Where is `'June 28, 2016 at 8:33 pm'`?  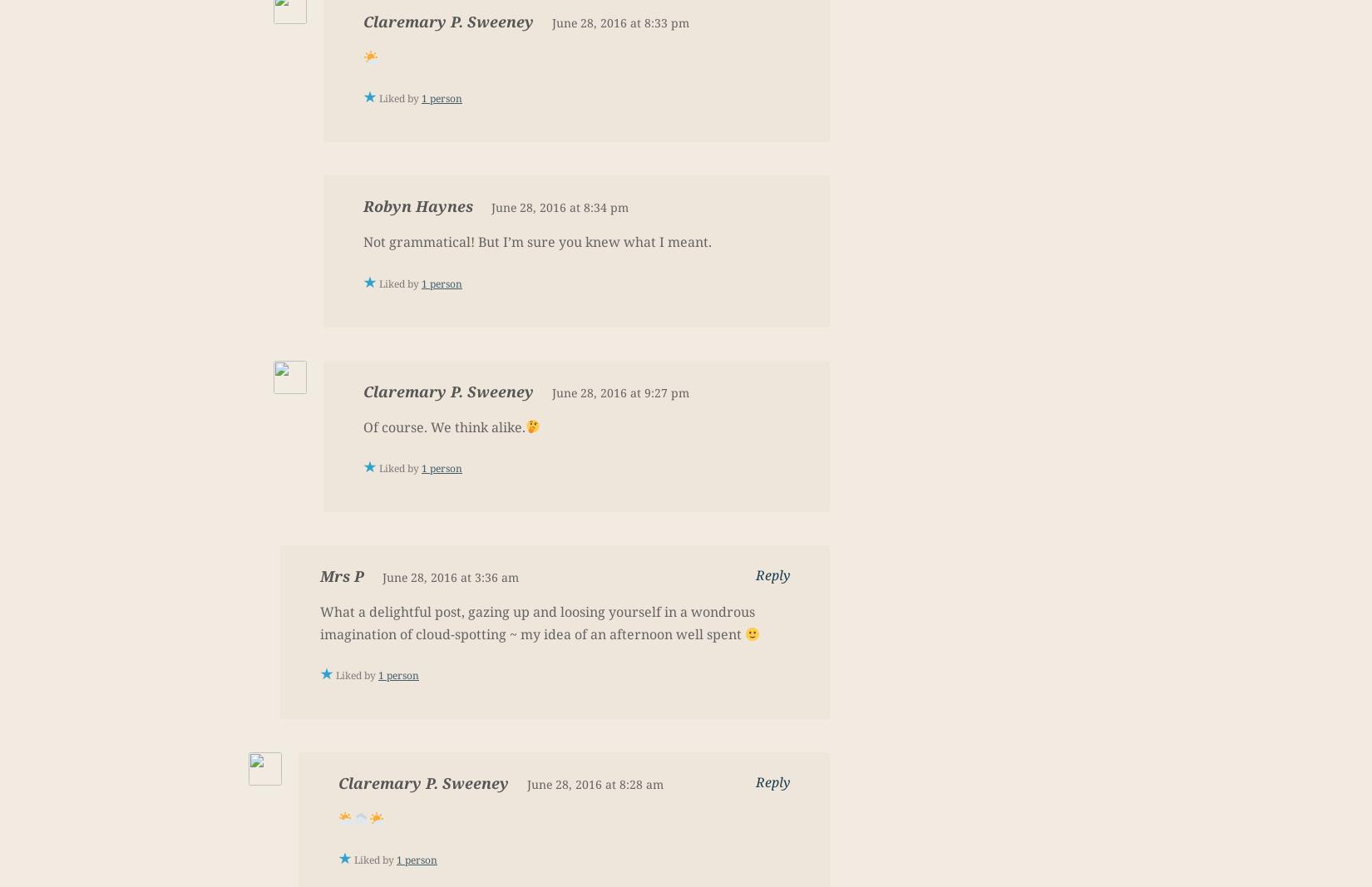
'June 28, 2016 at 8:33 pm' is located at coordinates (619, 22).